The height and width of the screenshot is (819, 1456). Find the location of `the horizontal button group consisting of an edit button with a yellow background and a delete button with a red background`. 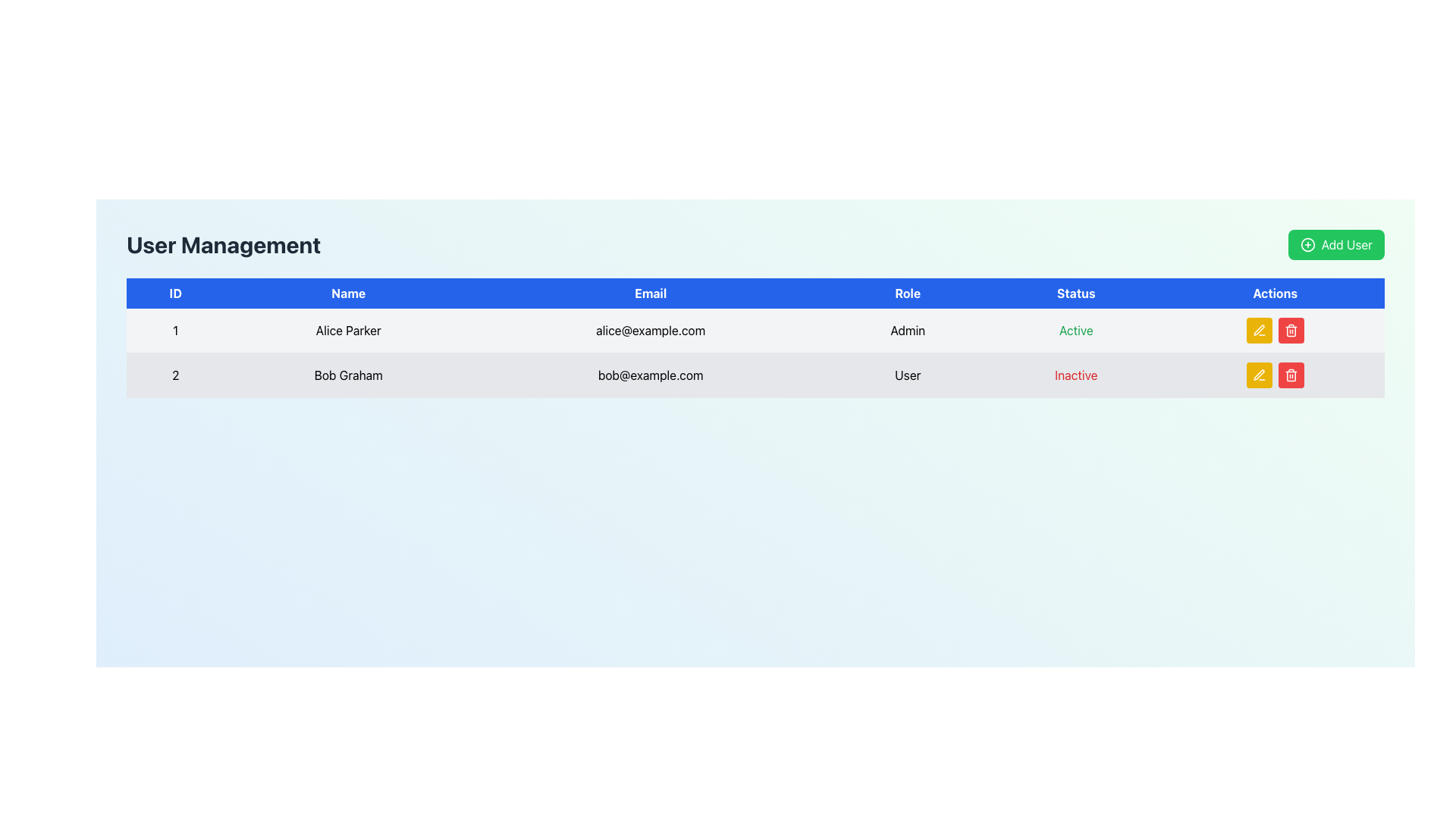

the horizontal button group consisting of an edit button with a yellow background and a delete button with a red background is located at coordinates (1274, 375).